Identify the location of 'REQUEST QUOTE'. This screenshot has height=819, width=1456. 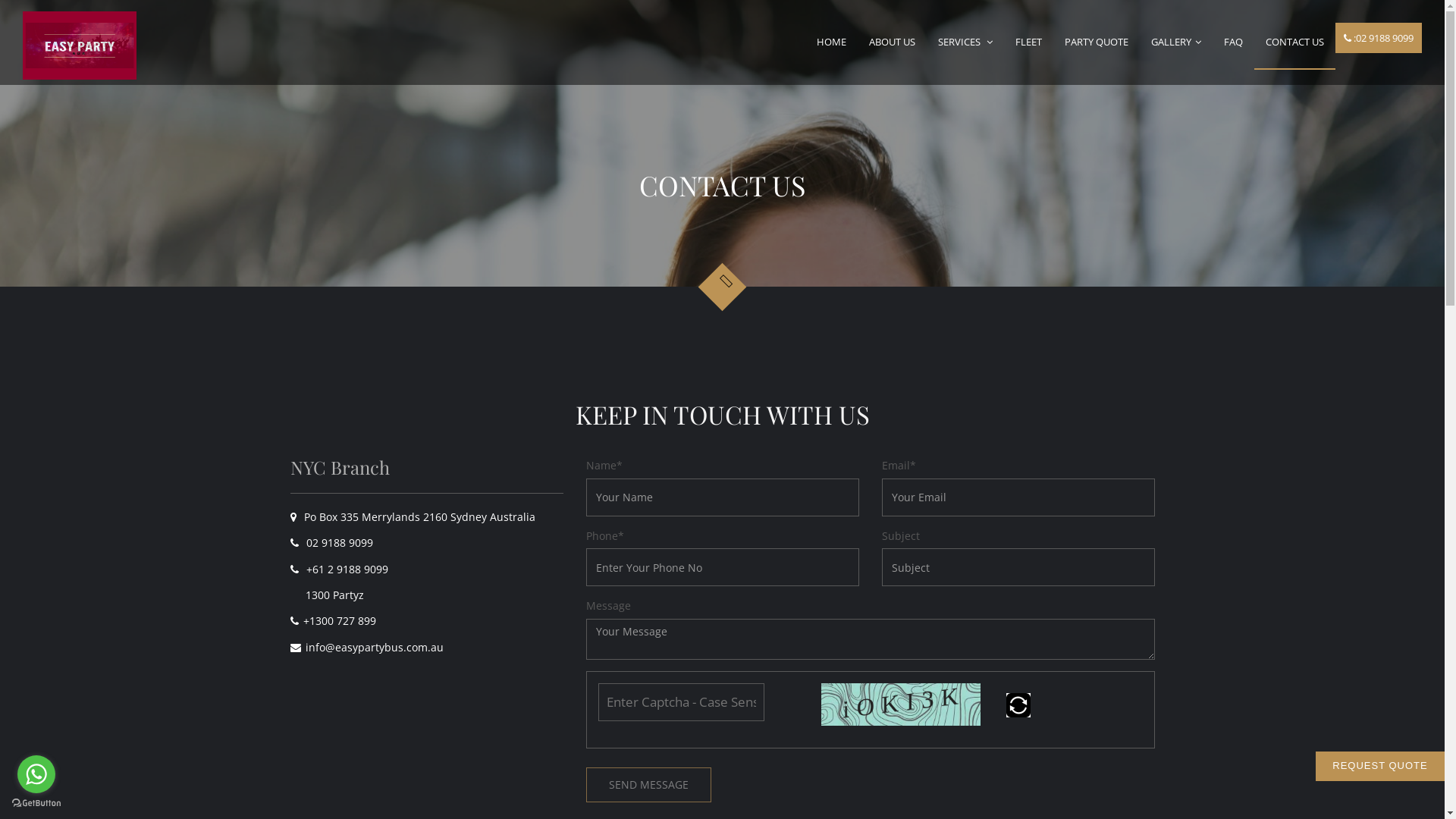
(1379, 766).